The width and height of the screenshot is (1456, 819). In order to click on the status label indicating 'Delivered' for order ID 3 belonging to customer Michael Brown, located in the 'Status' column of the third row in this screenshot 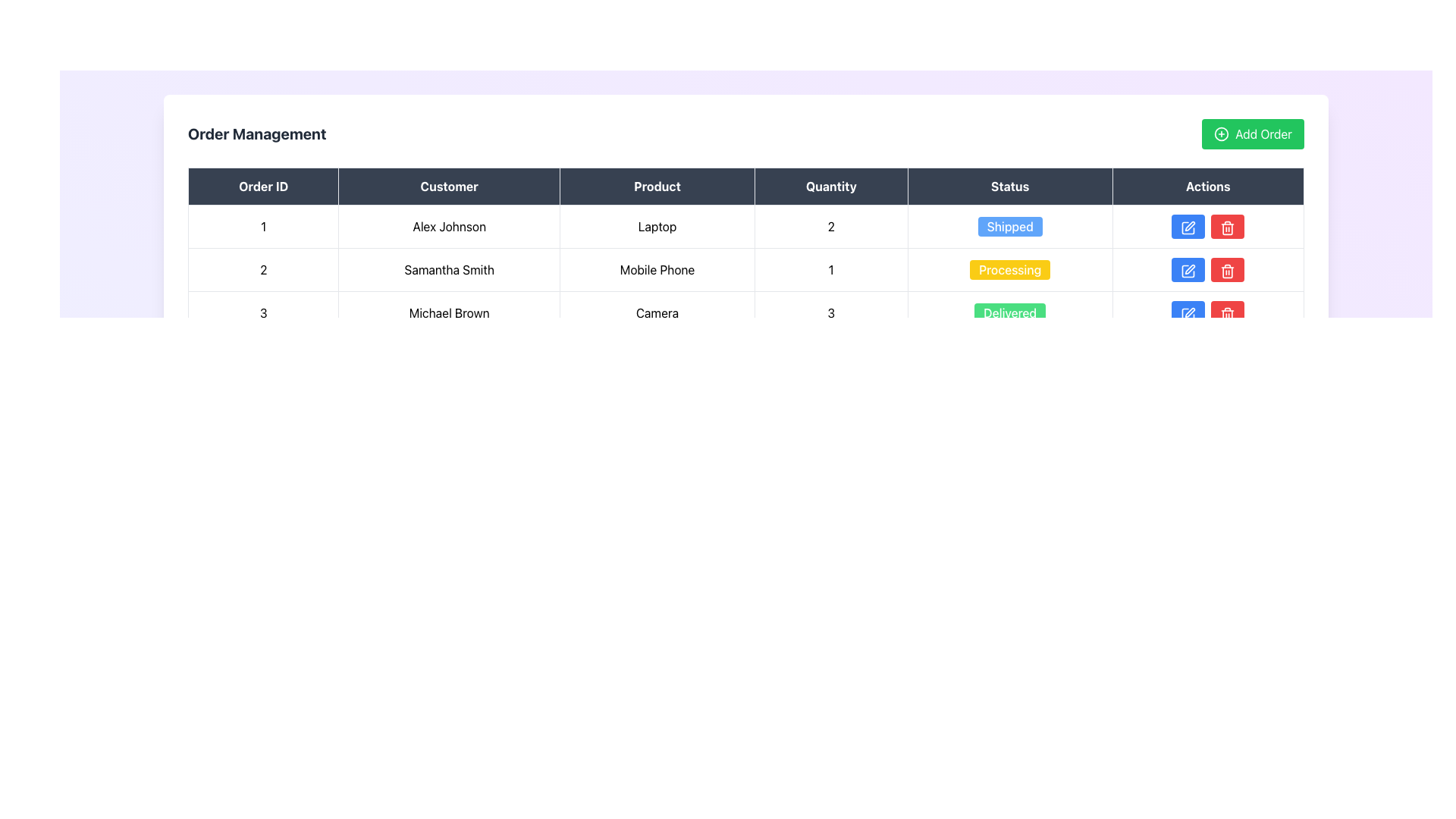, I will do `click(1010, 312)`.